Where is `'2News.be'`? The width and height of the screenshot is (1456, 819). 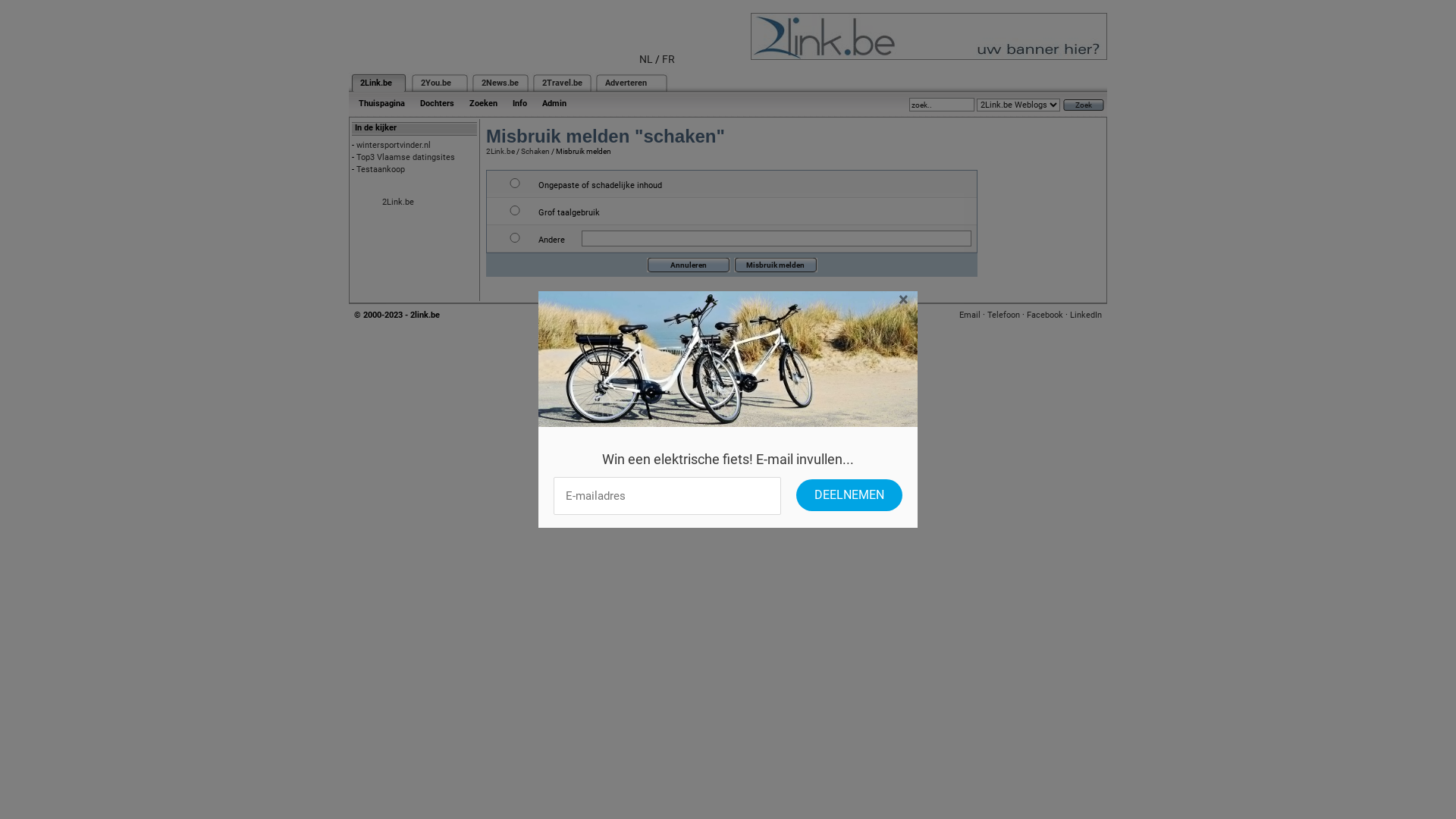
'2News.be' is located at coordinates (500, 83).